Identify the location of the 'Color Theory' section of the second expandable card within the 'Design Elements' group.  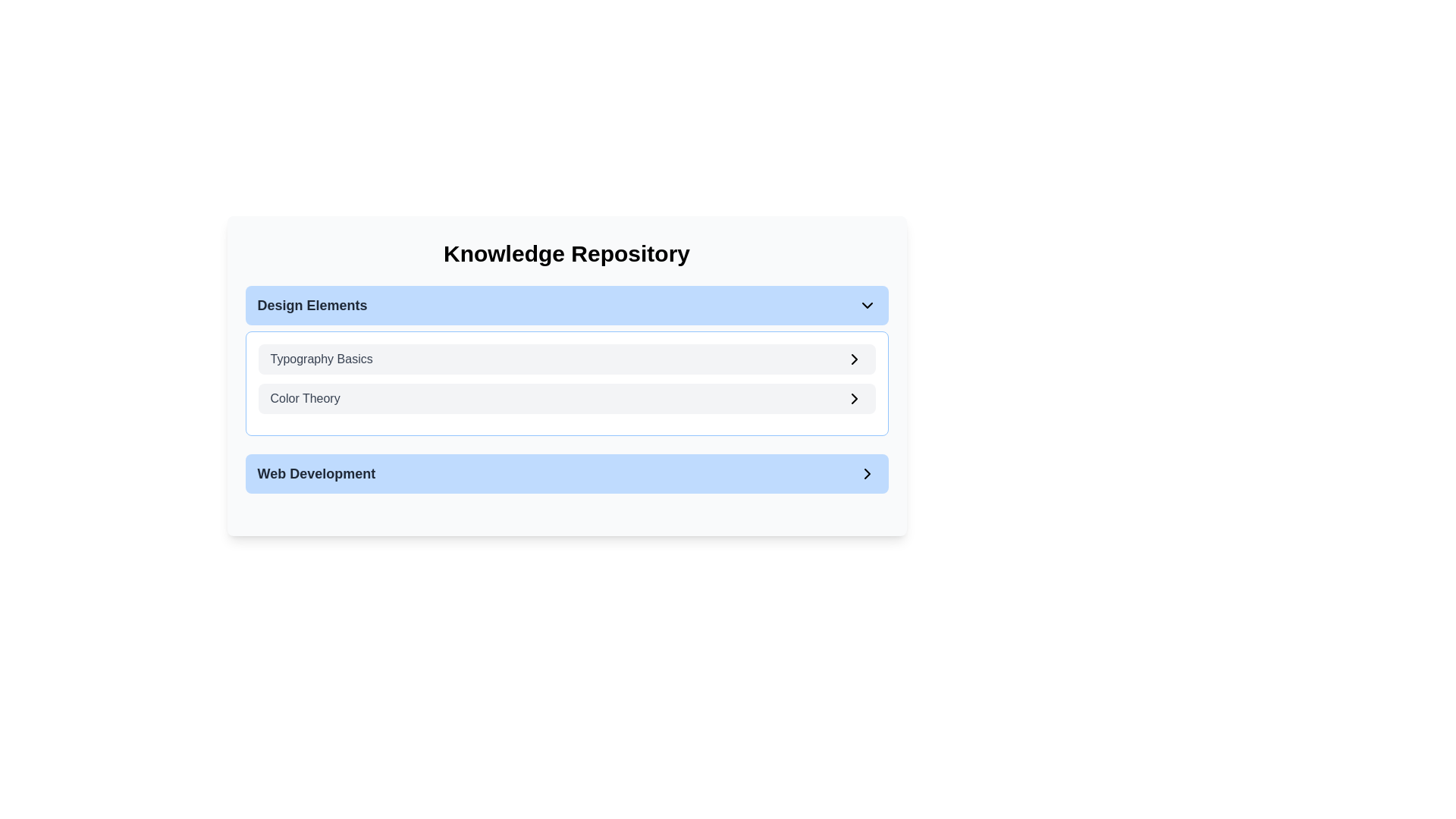
(566, 382).